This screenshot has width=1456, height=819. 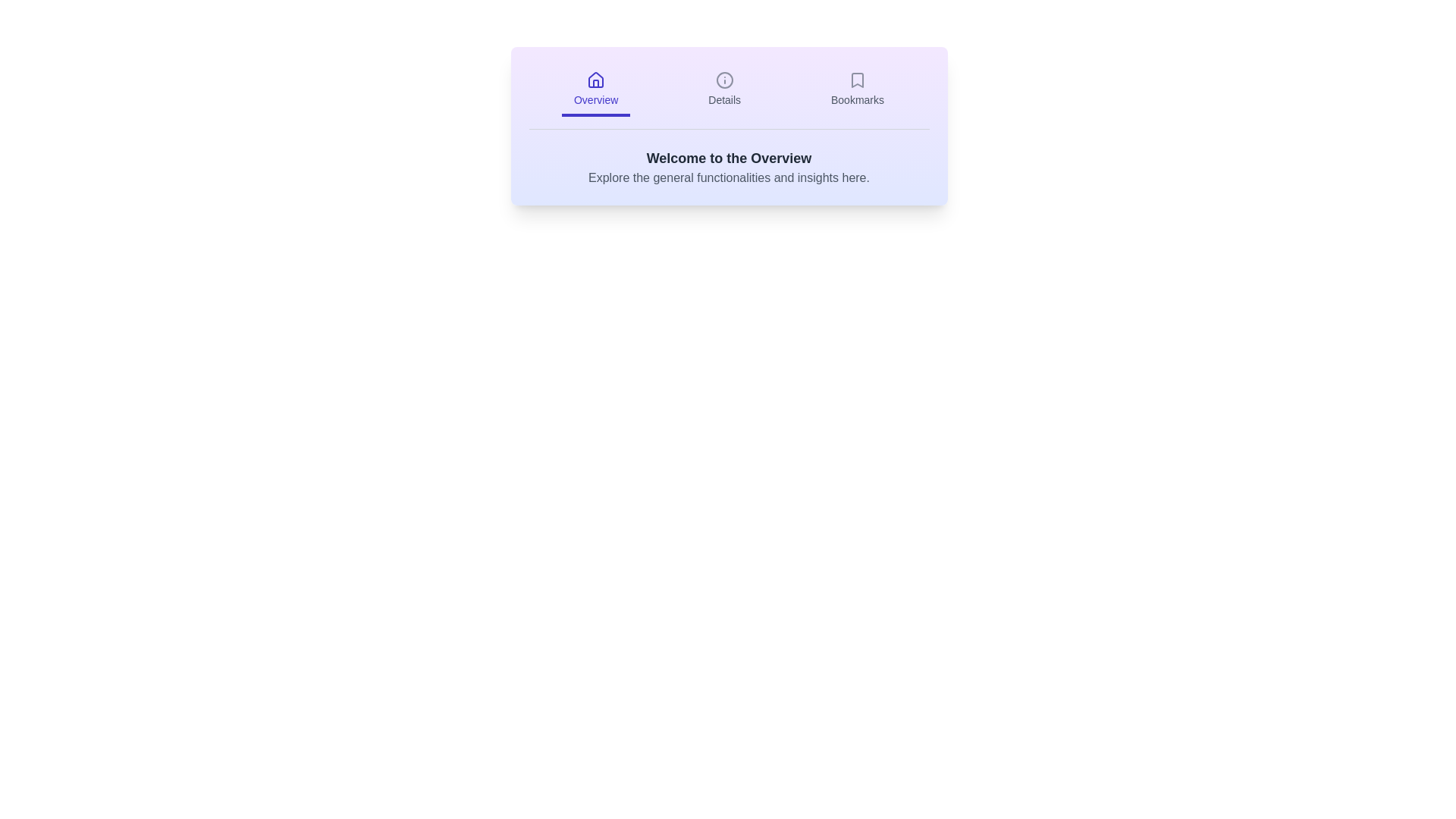 What do you see at coordinates (858, 80) in the screenshot?
I see `the bookmark icon located in the 'Bookmarks' section, which is the third item from the left in the top row, above the 'Bookmarks' text and to the right of the 'Details' section` at bounding box center [858, 80].